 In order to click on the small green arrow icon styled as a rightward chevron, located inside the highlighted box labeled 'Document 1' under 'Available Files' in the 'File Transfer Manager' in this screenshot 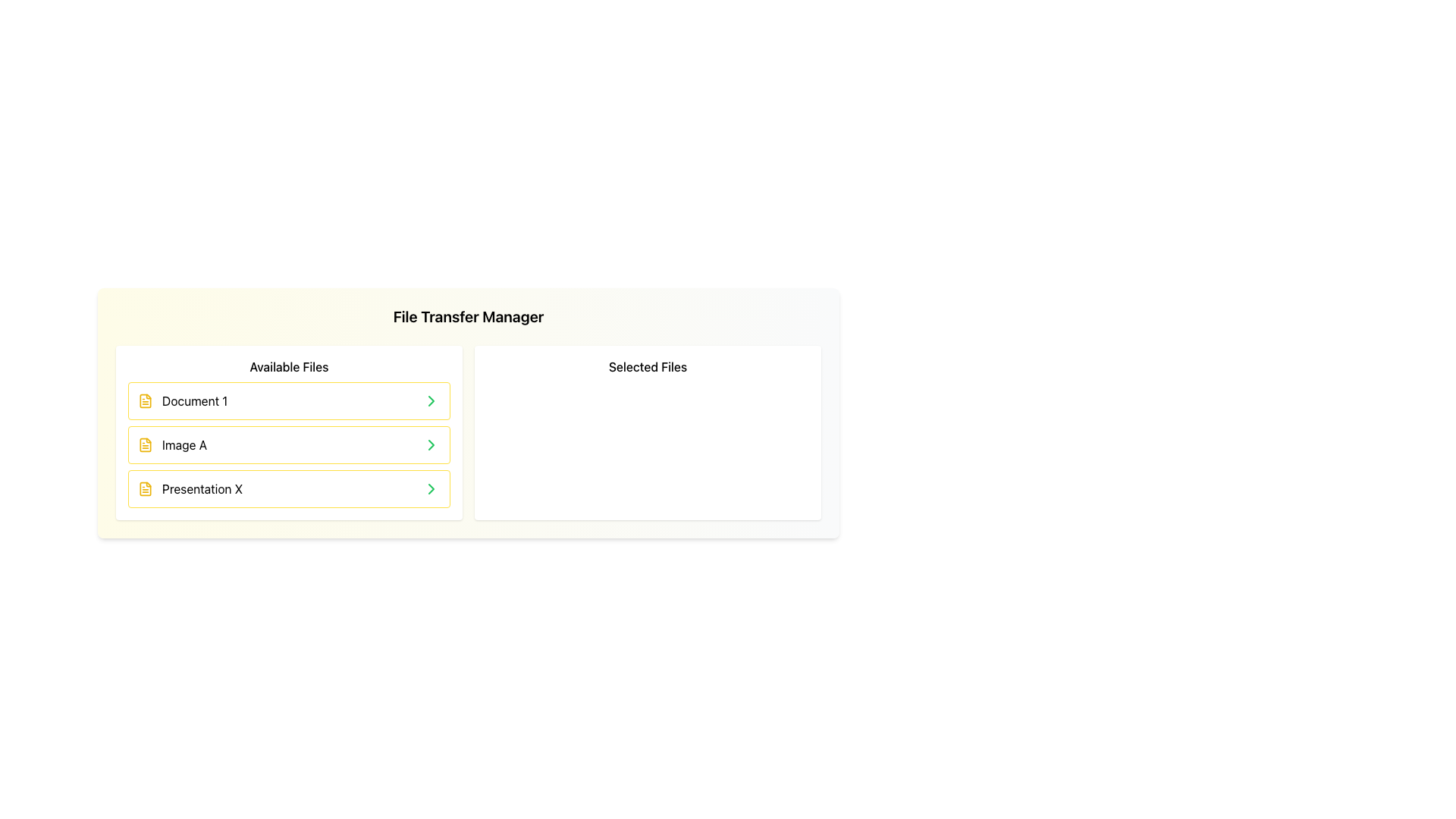, I will do `click(431, 400)`.